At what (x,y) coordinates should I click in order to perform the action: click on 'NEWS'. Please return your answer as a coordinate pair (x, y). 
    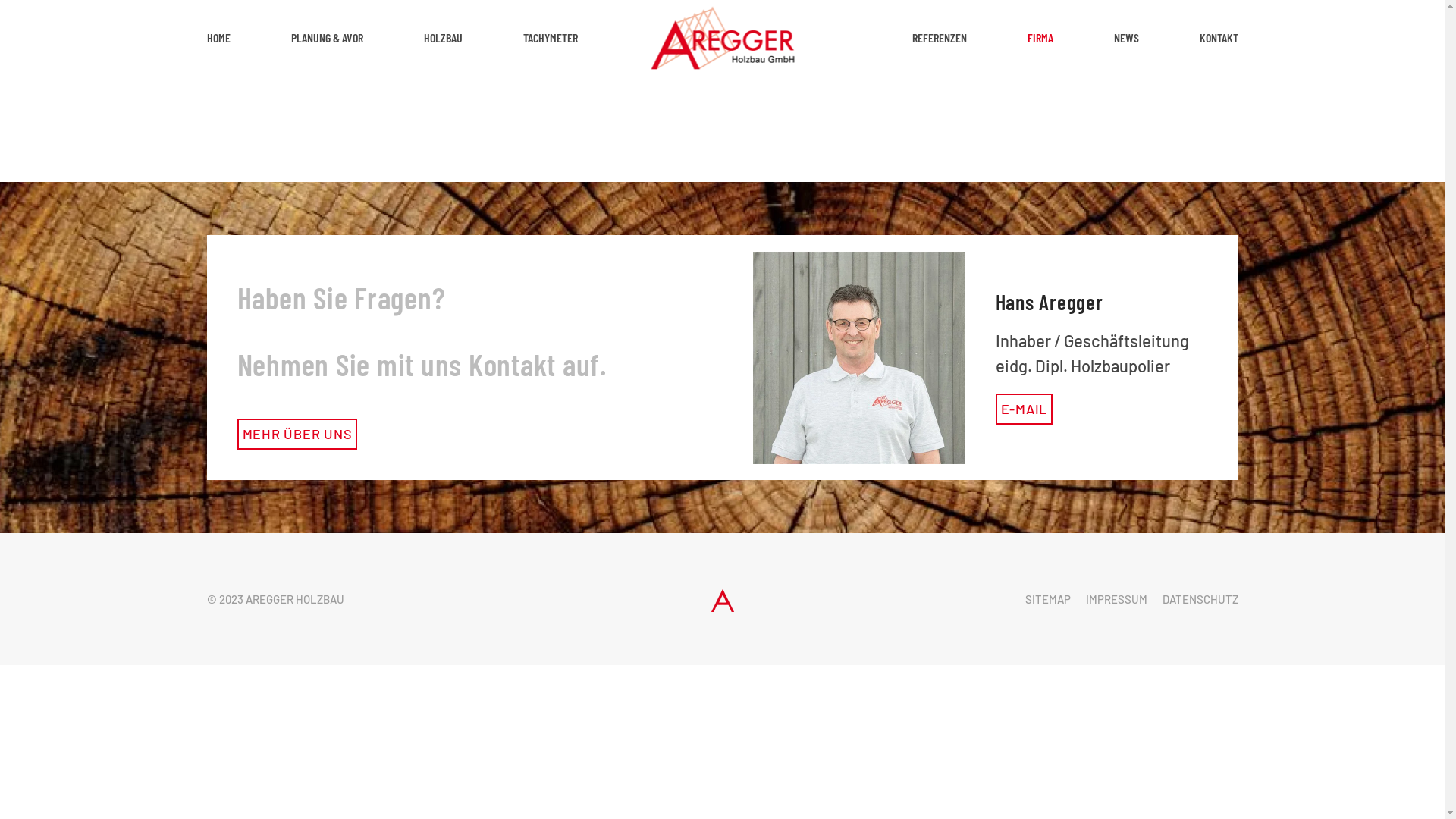
    Looking at the image, I should click on (1125, 37).